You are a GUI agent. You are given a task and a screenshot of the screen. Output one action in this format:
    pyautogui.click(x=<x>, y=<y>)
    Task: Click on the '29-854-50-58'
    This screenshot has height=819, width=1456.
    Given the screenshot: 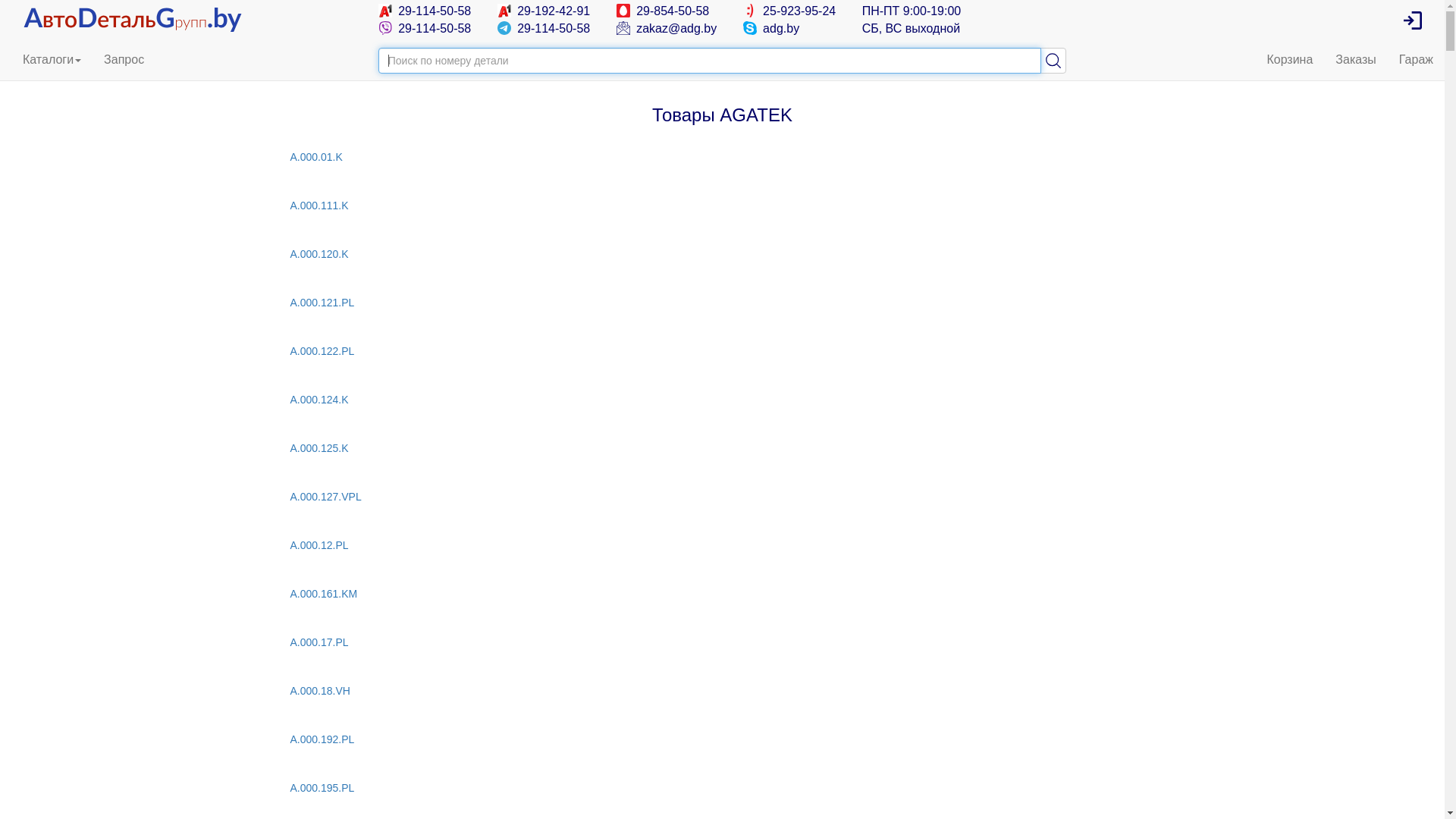 What is the action you would take?
    pyautogui.click(x=663, y=11)
    